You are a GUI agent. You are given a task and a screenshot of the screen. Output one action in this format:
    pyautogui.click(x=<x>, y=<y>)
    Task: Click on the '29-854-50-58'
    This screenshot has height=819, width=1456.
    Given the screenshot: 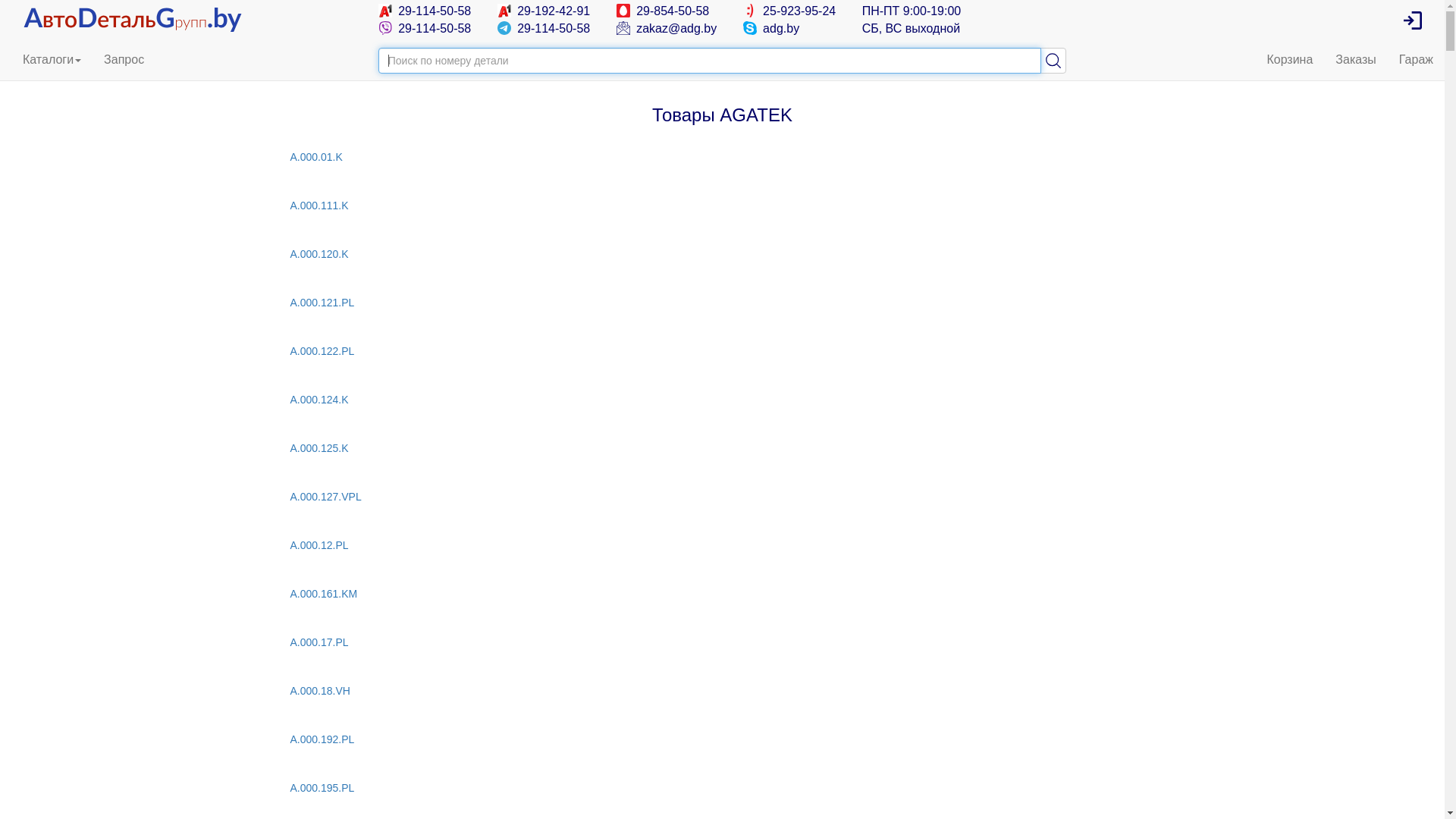 What is the action you would take?
    pyautogui.click(x=663, y=11)
    